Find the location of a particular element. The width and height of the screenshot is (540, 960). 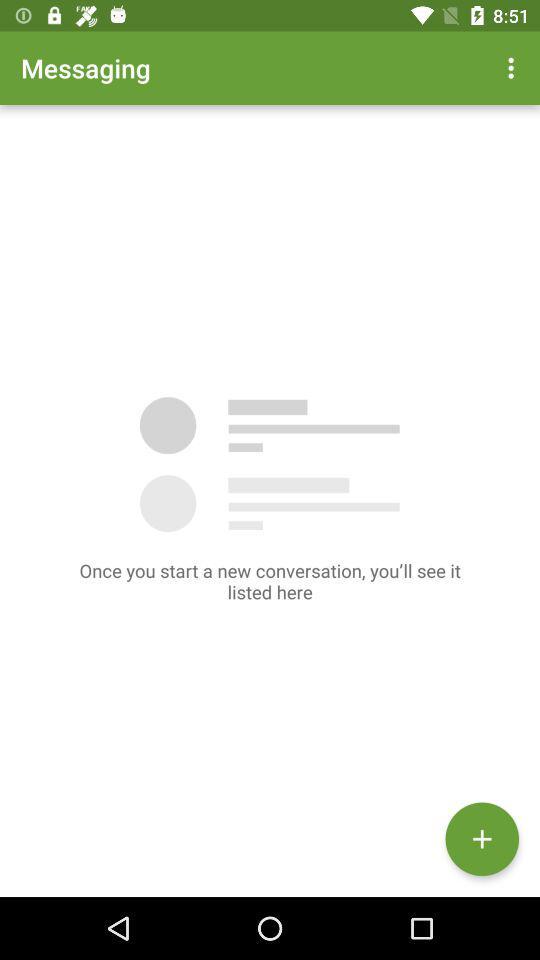

app next to messaging app is located at coordinates (513, 68).